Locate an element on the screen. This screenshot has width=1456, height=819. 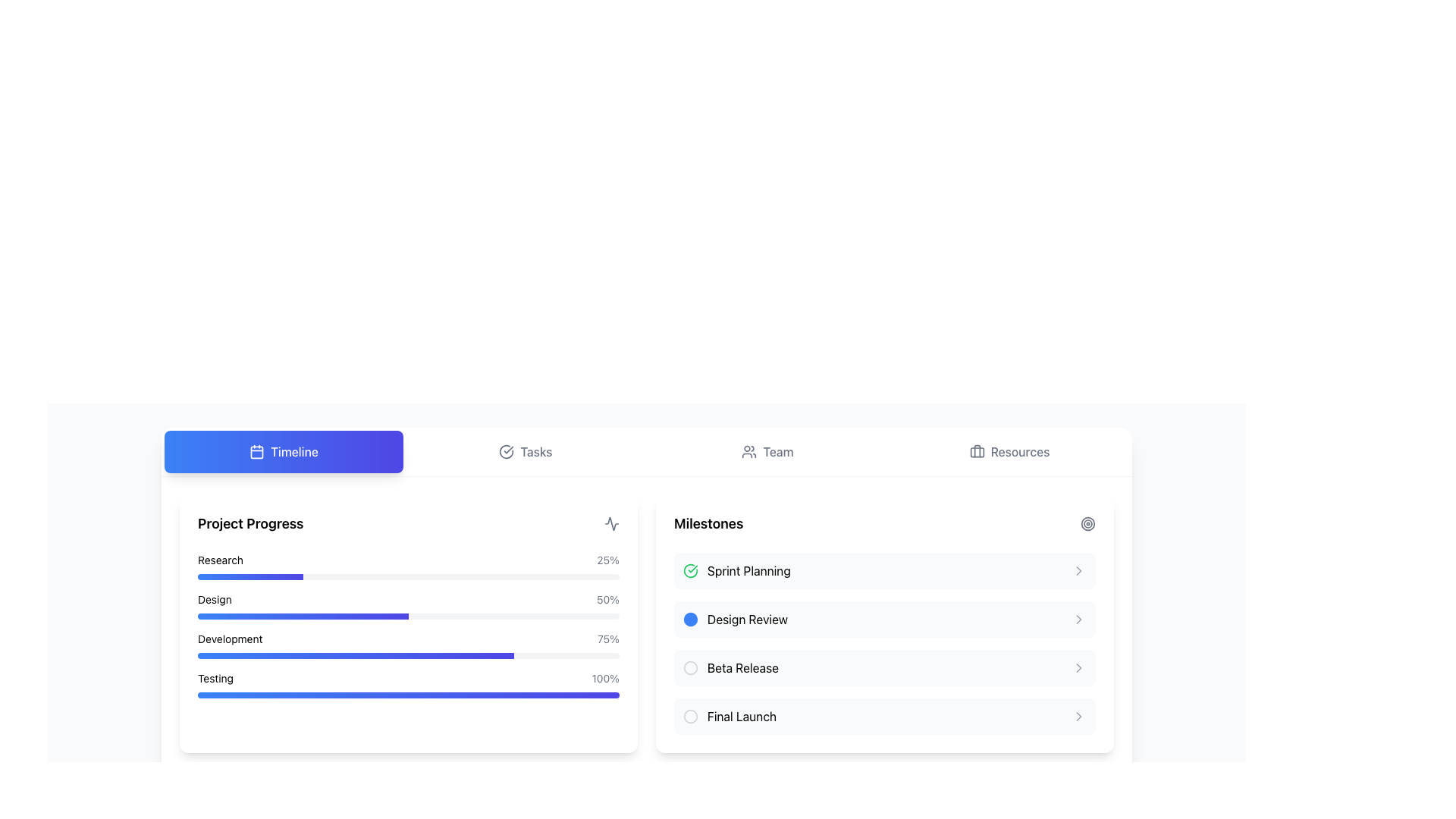
the Text label indicating the completion percentage of the 'Research' task in the Project Progress section is located at coordinates (608, 560).